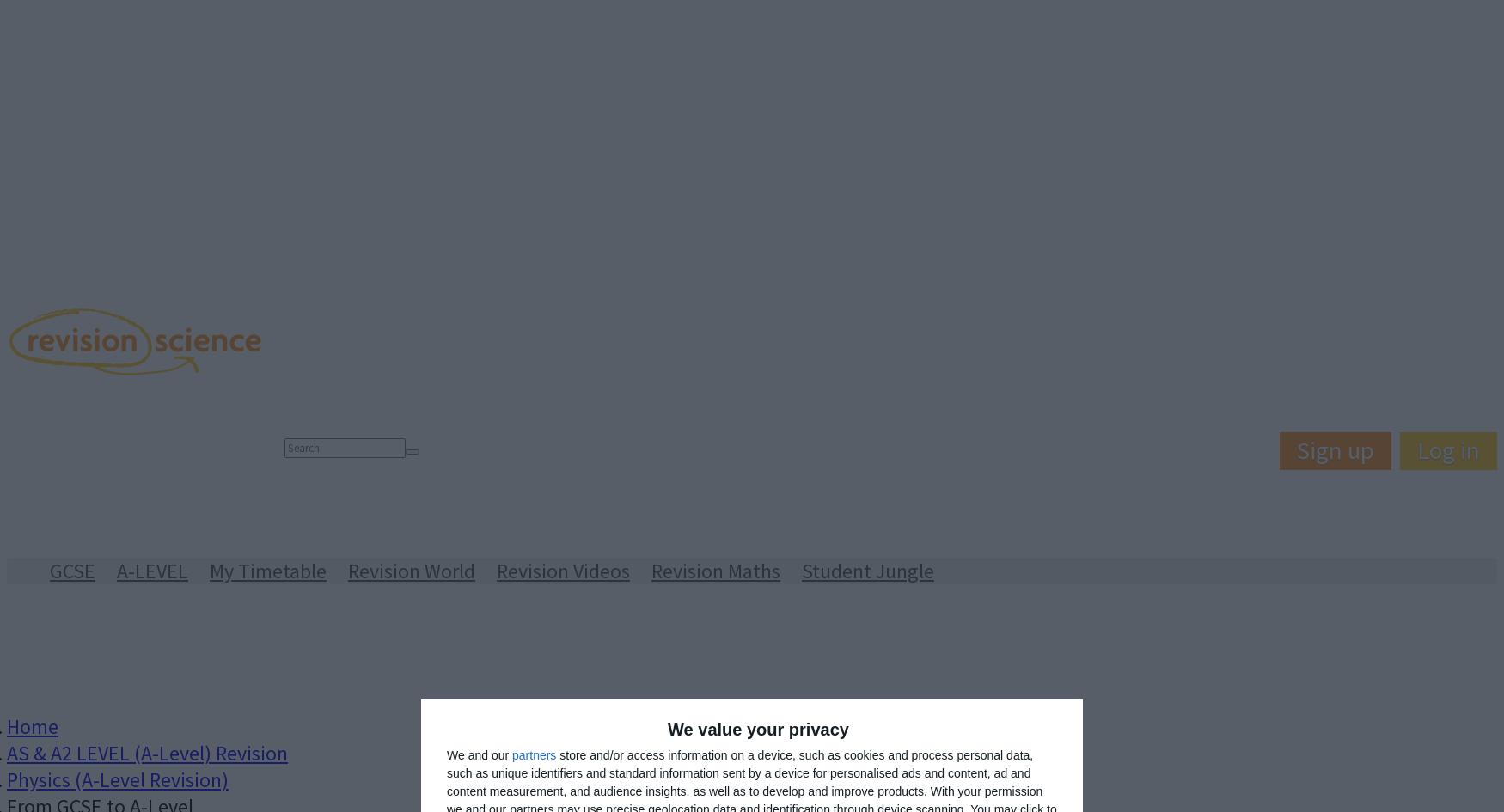  I want to click on 'A-LEVEL', so click(151, 570).